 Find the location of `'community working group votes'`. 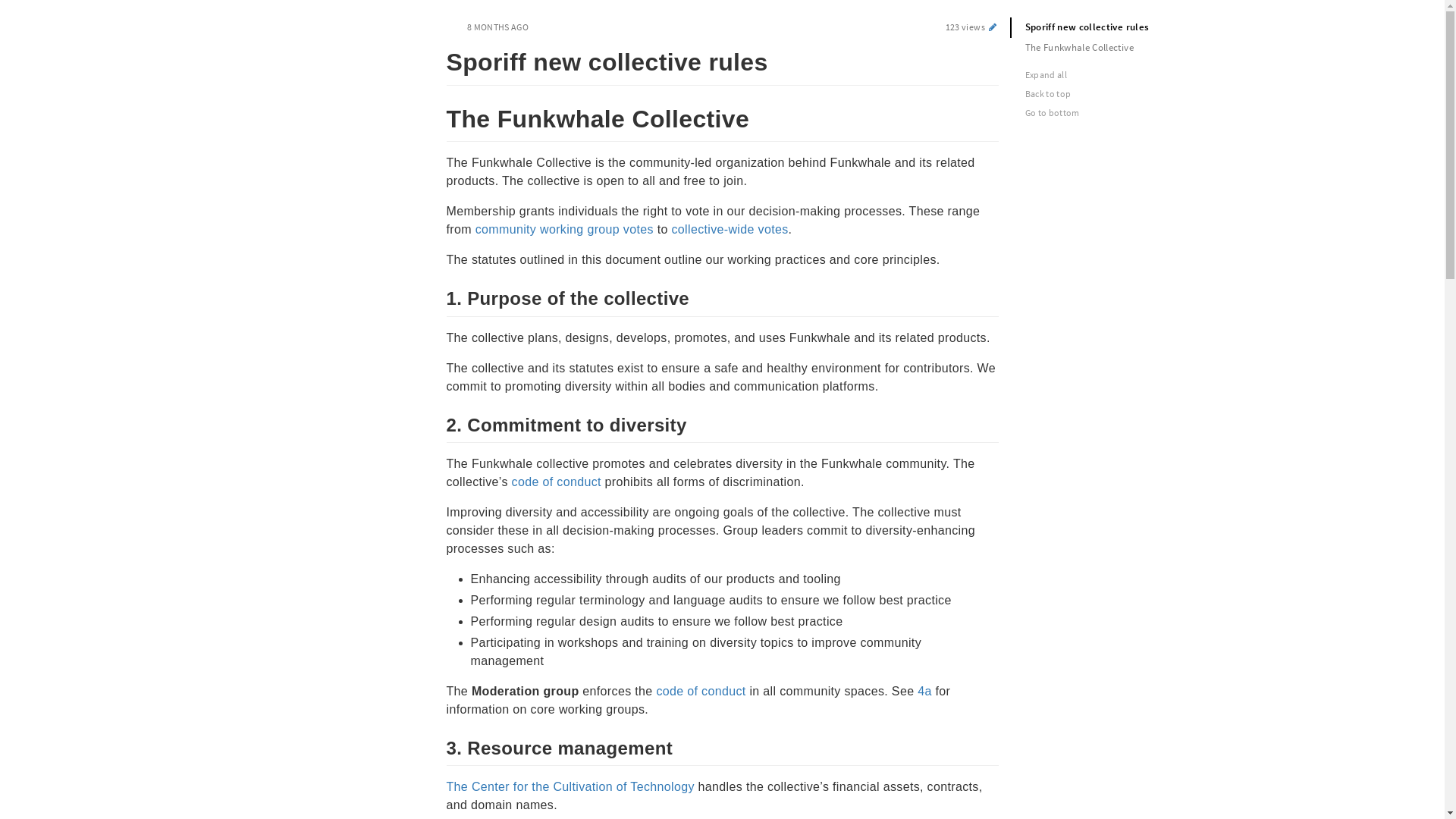

'community working group votes' is located at coordinates (563, 229).